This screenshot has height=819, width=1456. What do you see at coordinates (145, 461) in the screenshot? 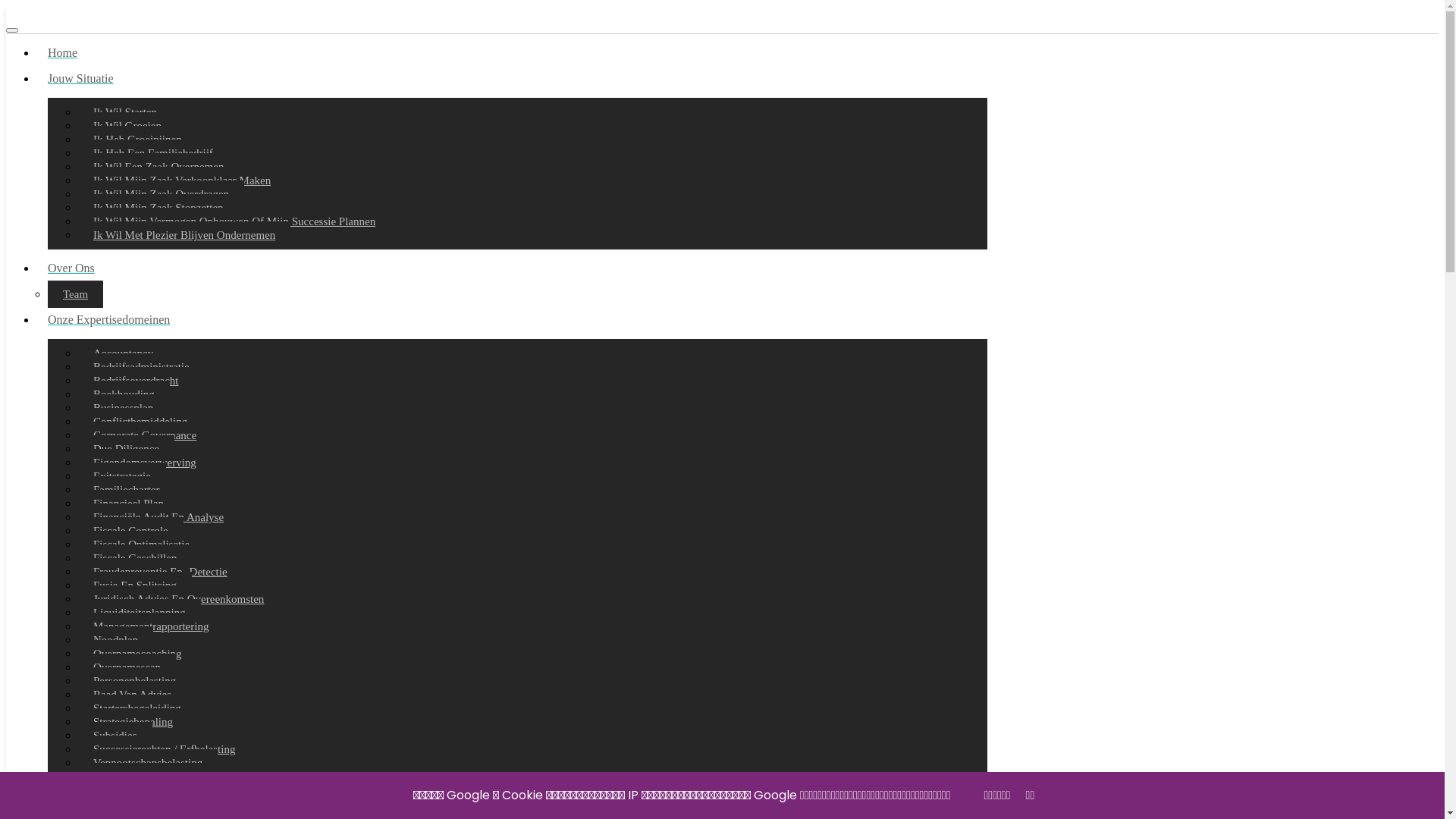
I see `'Eigendomsverwerving'` at bounding box center [145, 461].